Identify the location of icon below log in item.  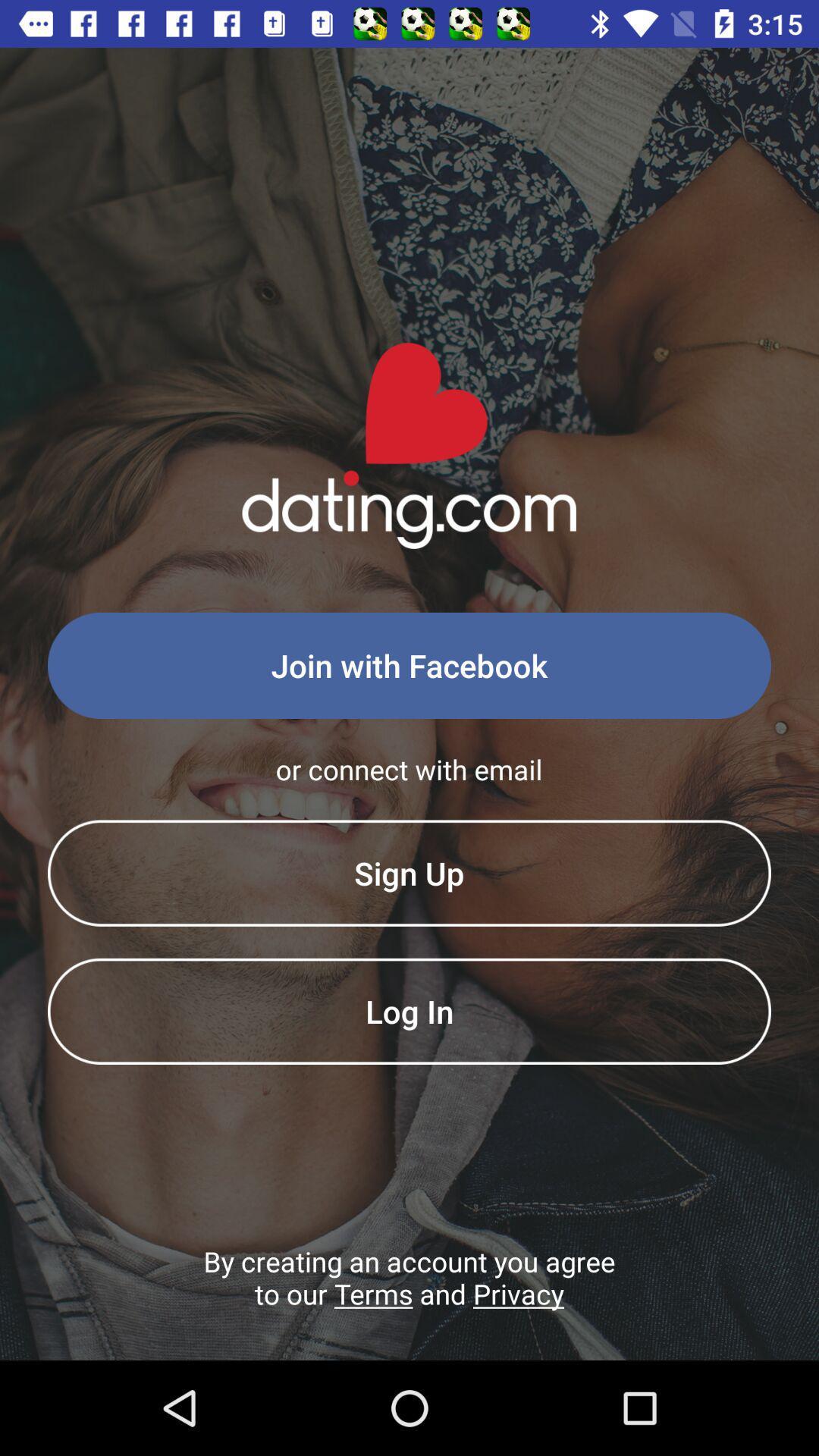
(409, 1301).